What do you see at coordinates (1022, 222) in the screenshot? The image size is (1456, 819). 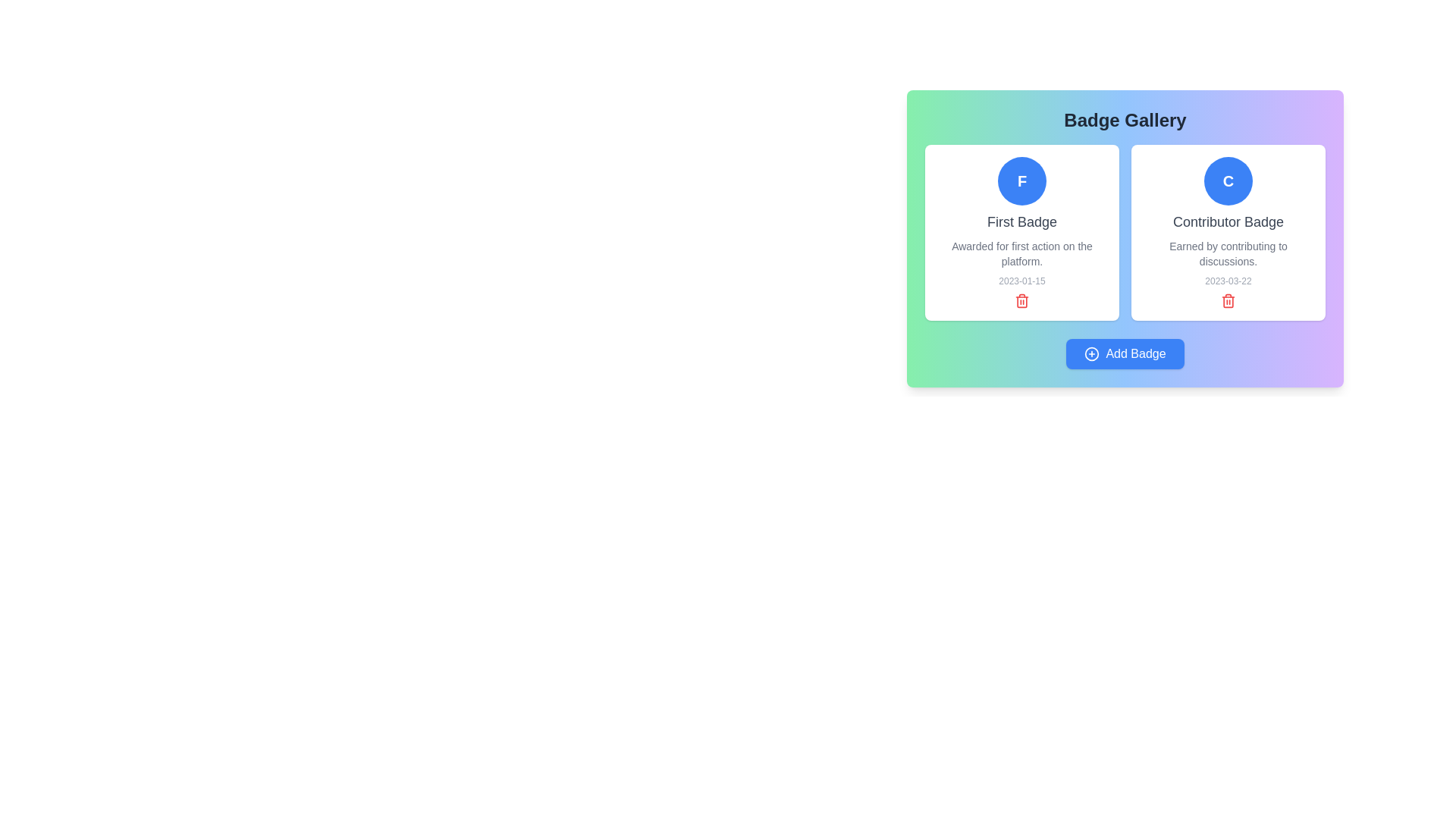 I see `the text label 'First Badge', which is styled with a medium-sized gray font and located below the blue circular icon with the letter 'F' in the Badge Gallery section` at bounding box center [1022, 222].